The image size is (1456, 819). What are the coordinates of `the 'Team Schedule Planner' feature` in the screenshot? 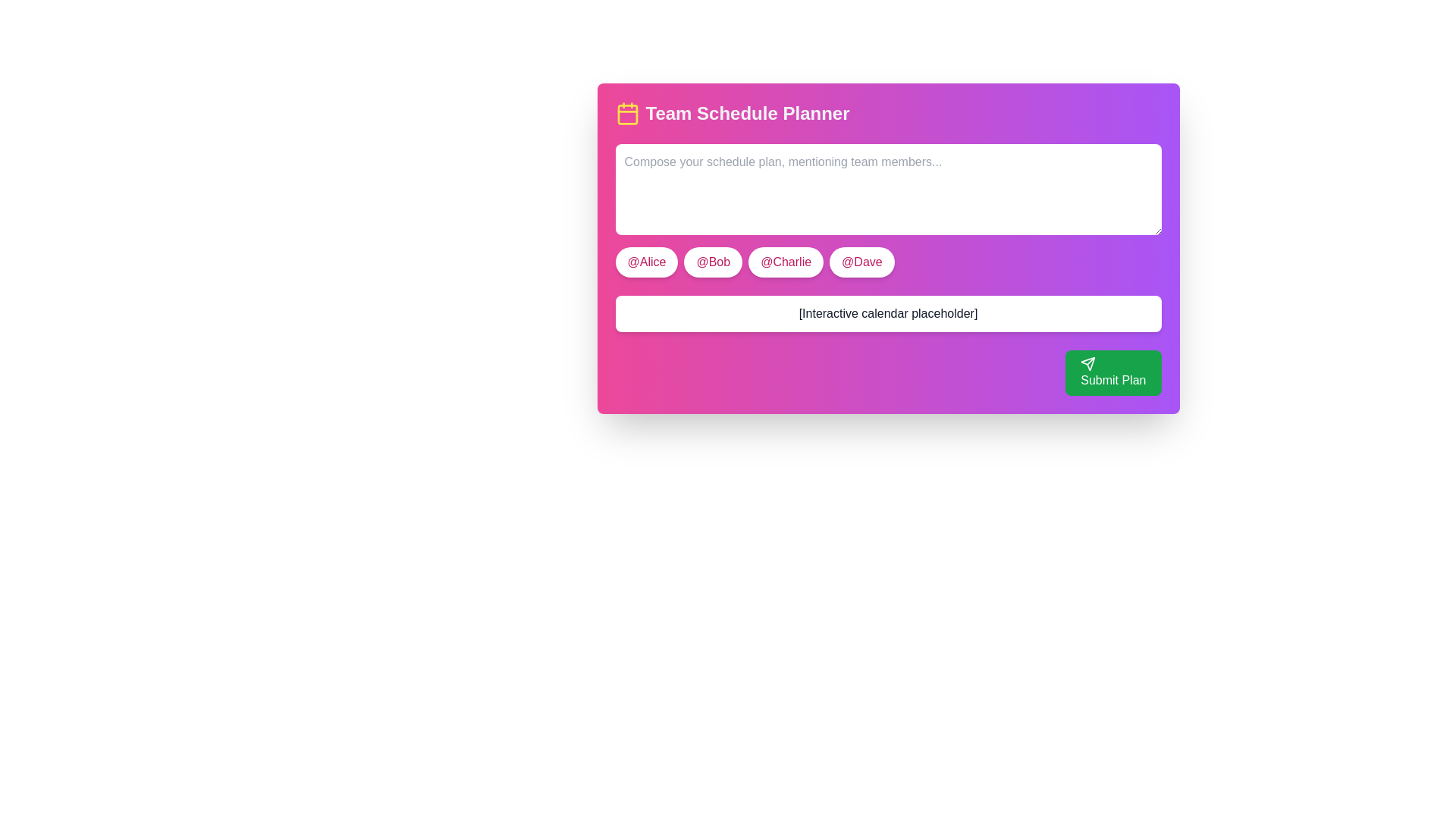 It's located at (627, 113).